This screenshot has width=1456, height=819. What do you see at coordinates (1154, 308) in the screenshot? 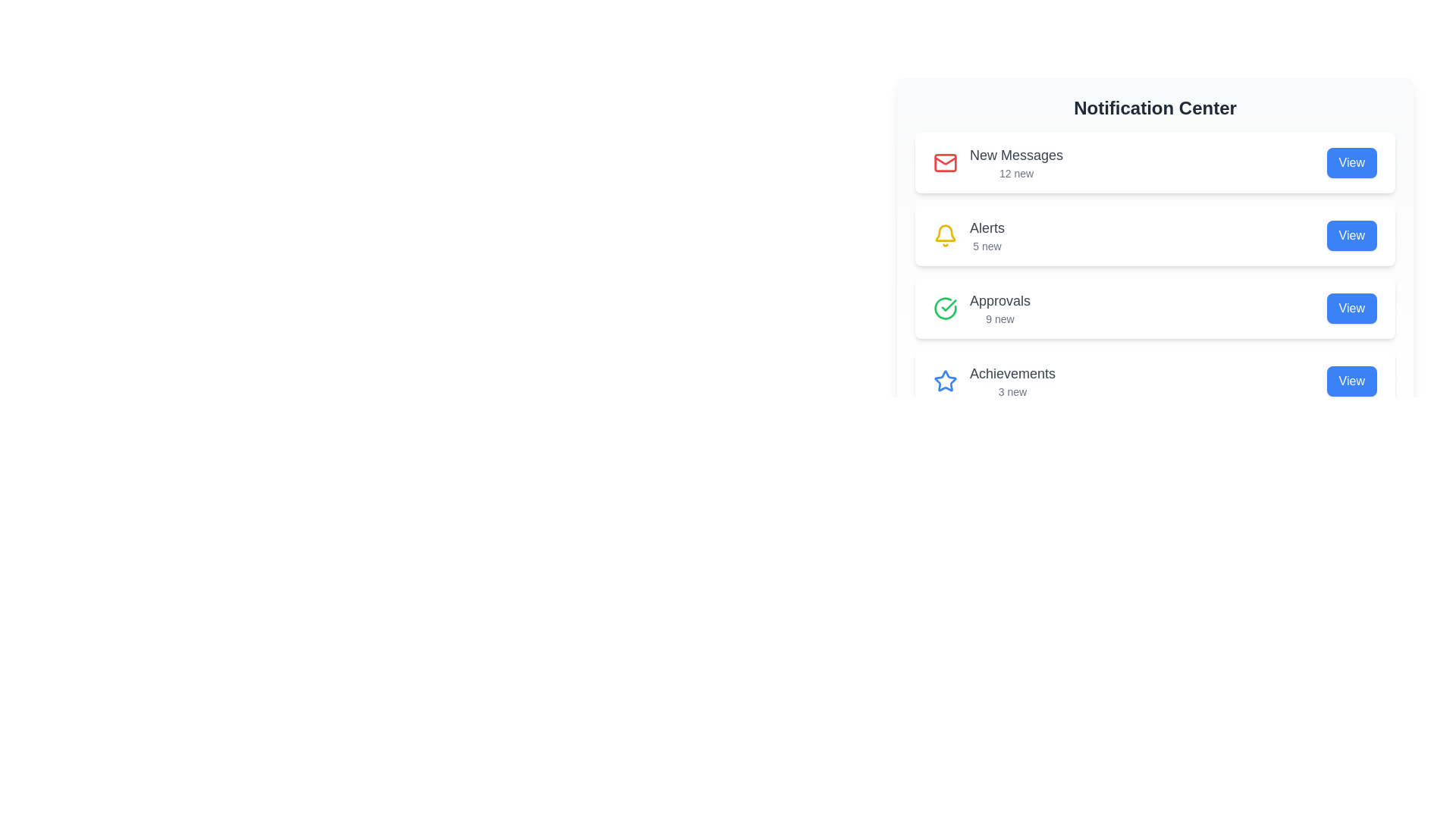
I see `the Notification item titled 'Approvals' with the blue 'View' button to emphasize the element and view additional information` at bounding box center [1154, 308].